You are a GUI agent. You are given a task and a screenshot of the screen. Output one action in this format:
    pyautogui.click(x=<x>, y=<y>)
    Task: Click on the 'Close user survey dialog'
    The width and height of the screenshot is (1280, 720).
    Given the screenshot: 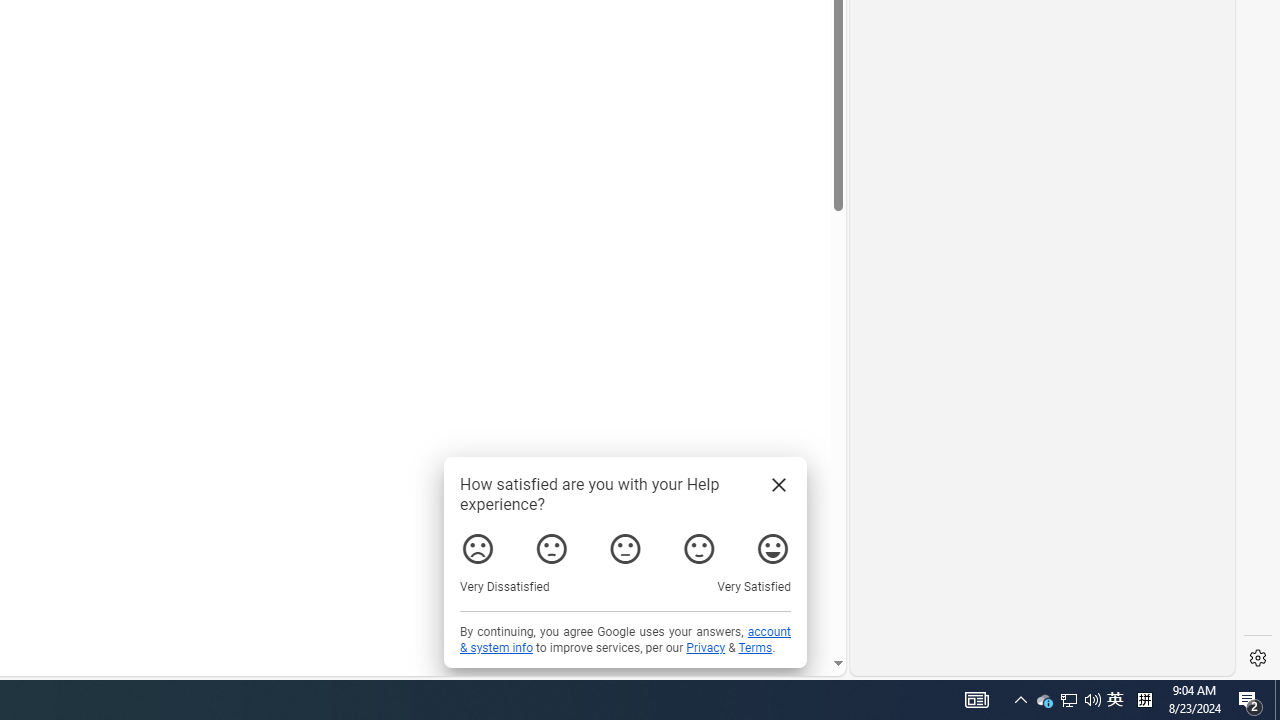 What is the action you would take?
    pyautogui.click(x=777, y=484)
    